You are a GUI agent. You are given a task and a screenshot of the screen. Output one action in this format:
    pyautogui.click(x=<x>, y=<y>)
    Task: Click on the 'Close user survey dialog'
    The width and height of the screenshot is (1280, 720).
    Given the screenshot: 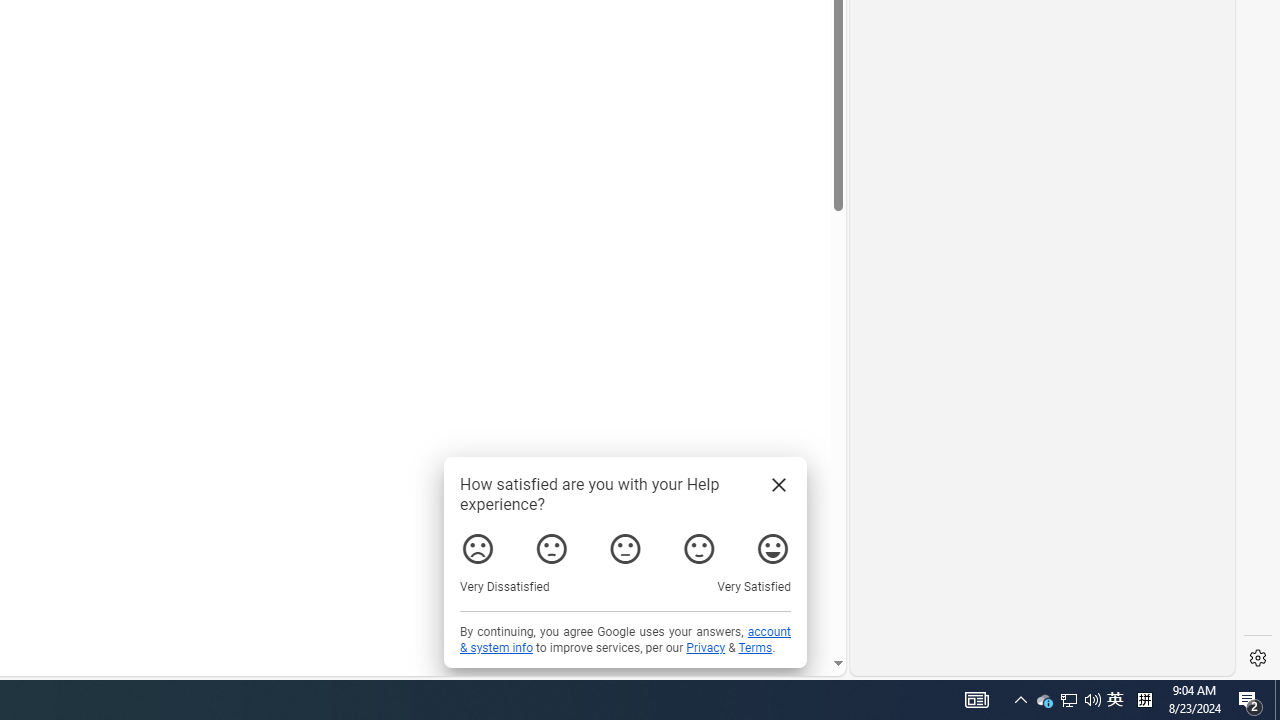 What is the action you would take?
    pyautogui.click(x=777, y=484)
    